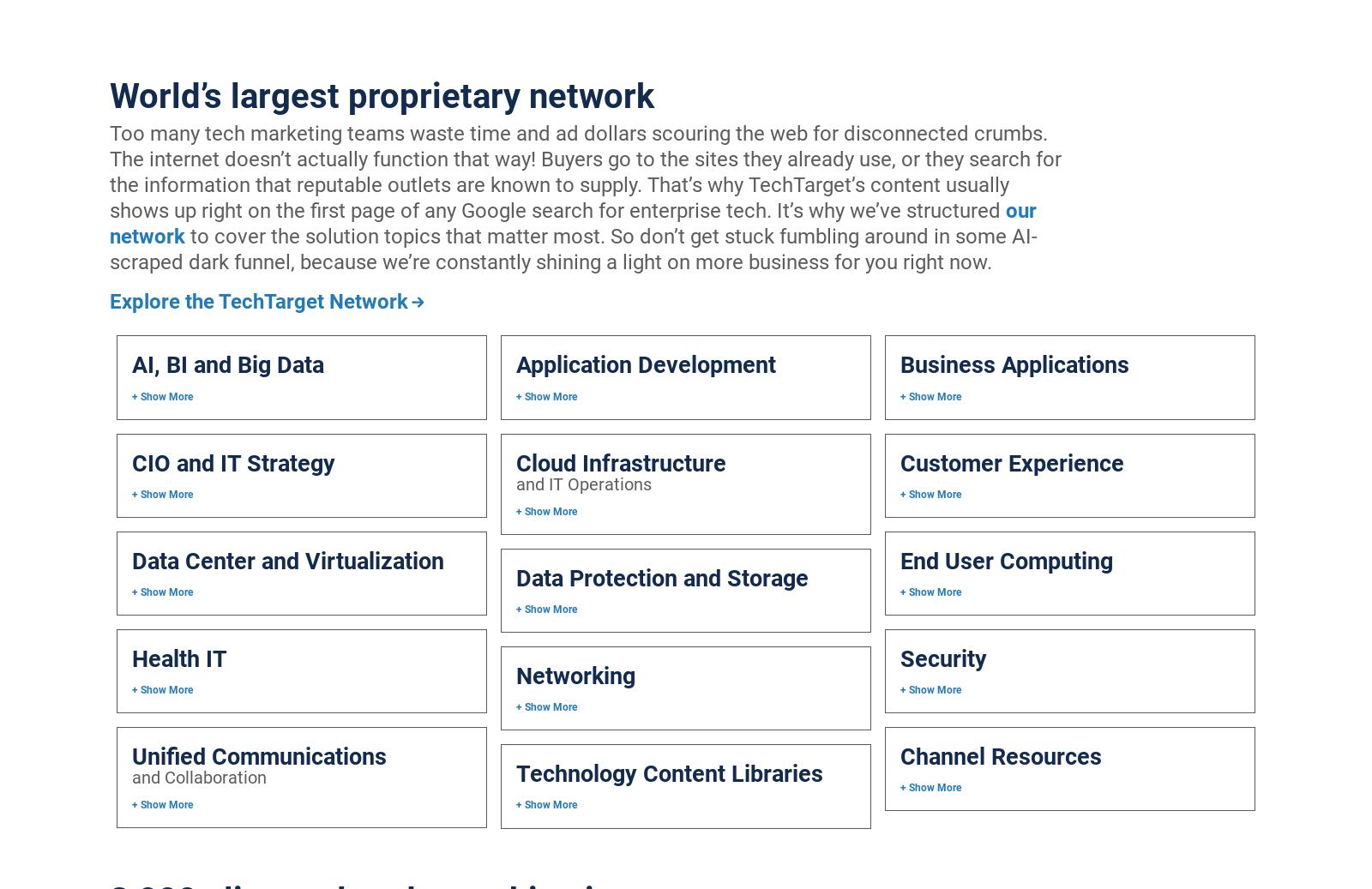  What do you see at coordinates (1000, 757) in the screenshot?
I see `'Channel Resources'` at bounding box center [1000, 757].